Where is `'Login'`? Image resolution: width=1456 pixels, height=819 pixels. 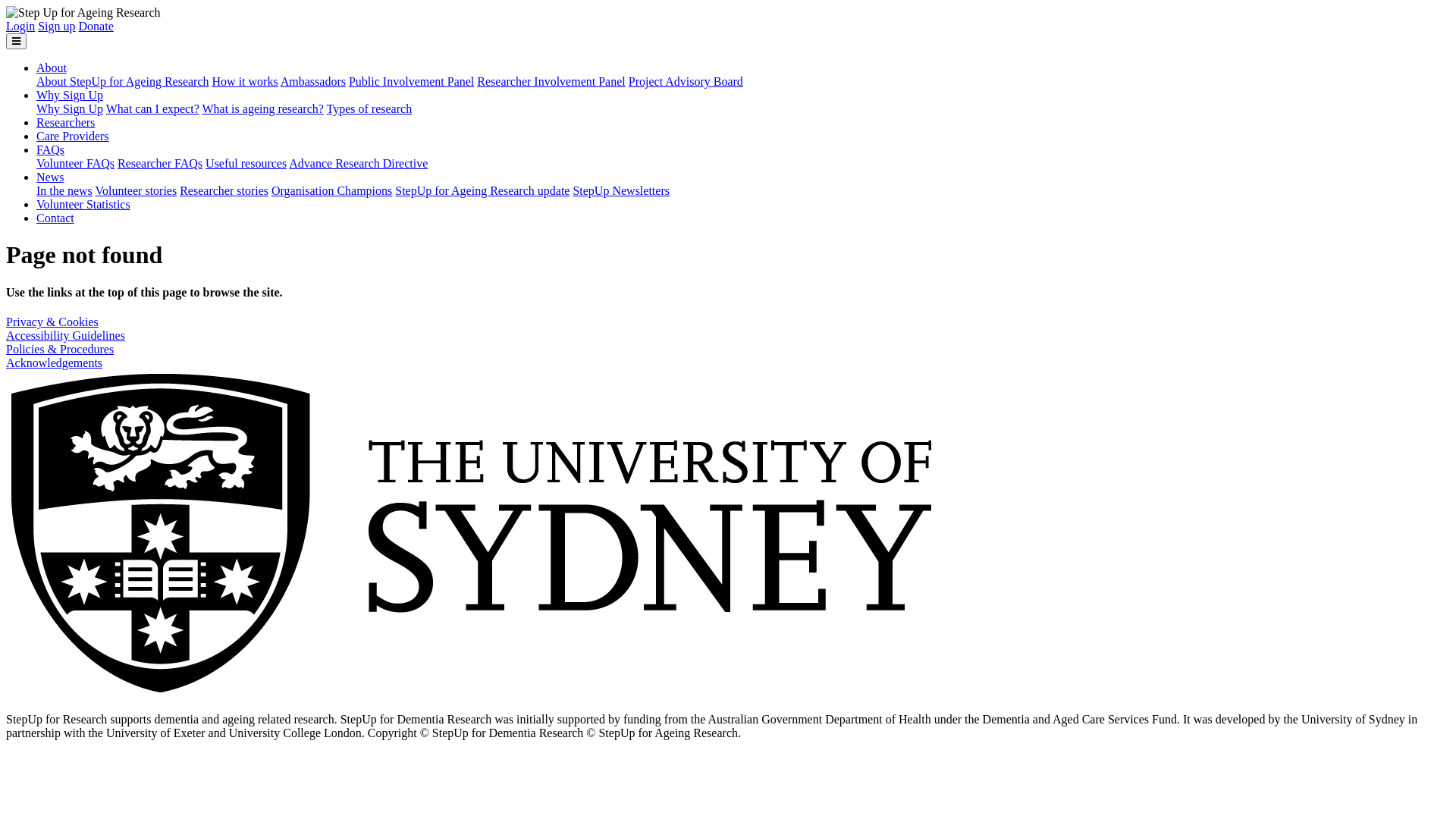
'Login' is located at coordinates (20, 26).